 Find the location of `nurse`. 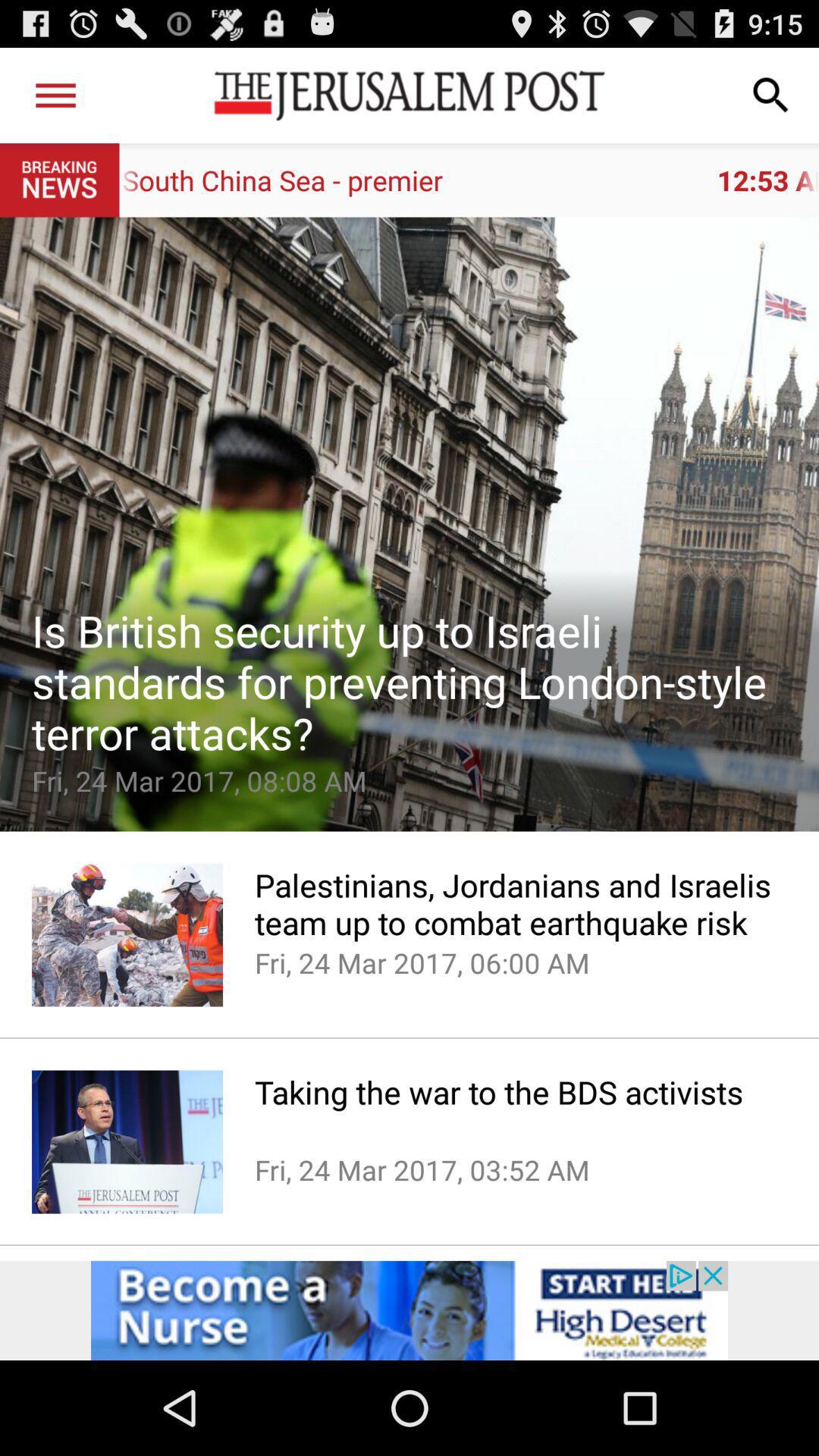

nurse is located at coordinates (409, 1310).